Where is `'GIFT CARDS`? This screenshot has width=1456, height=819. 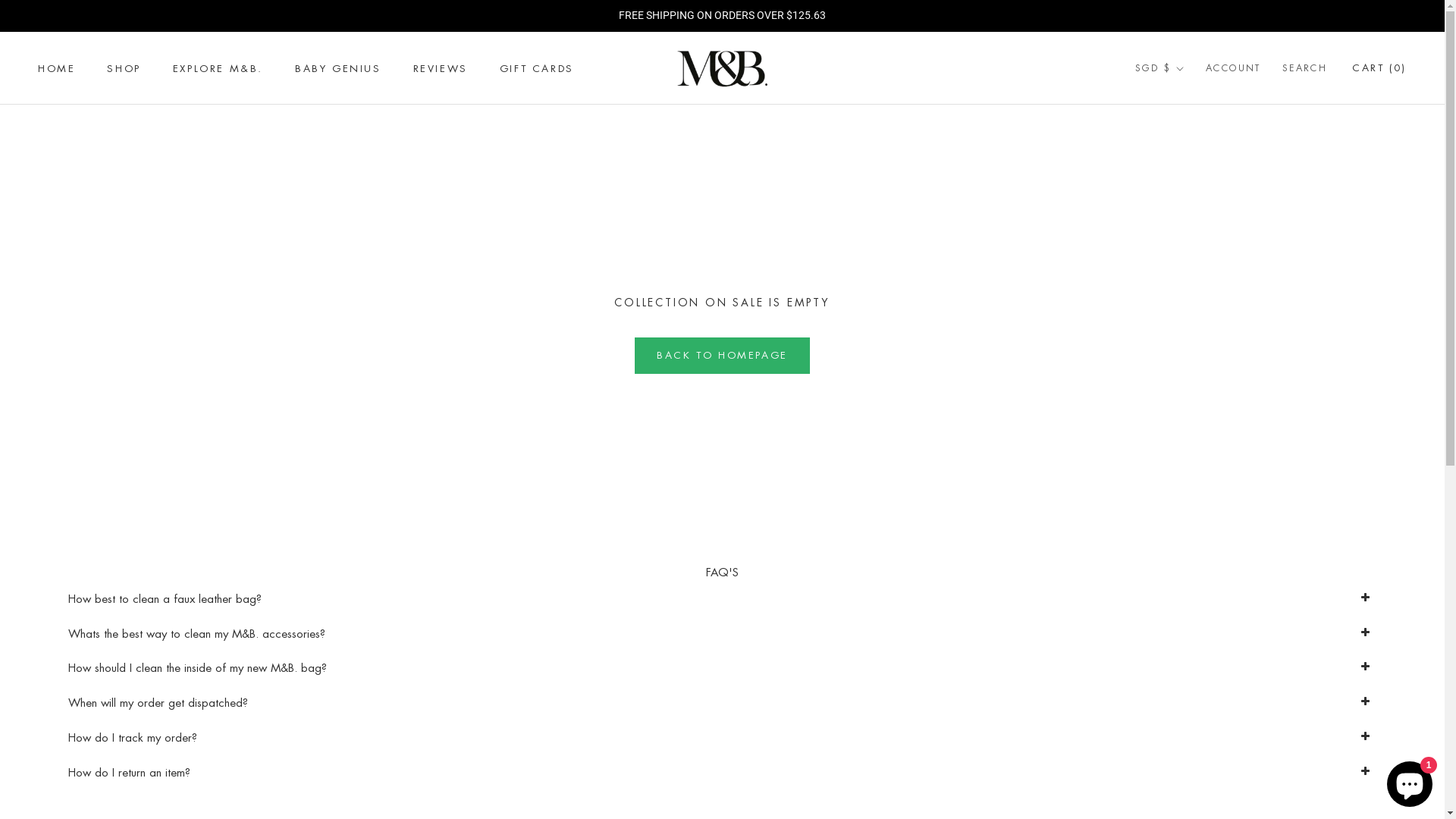 'GIFT CARDS is located at coordinates (537, 68).